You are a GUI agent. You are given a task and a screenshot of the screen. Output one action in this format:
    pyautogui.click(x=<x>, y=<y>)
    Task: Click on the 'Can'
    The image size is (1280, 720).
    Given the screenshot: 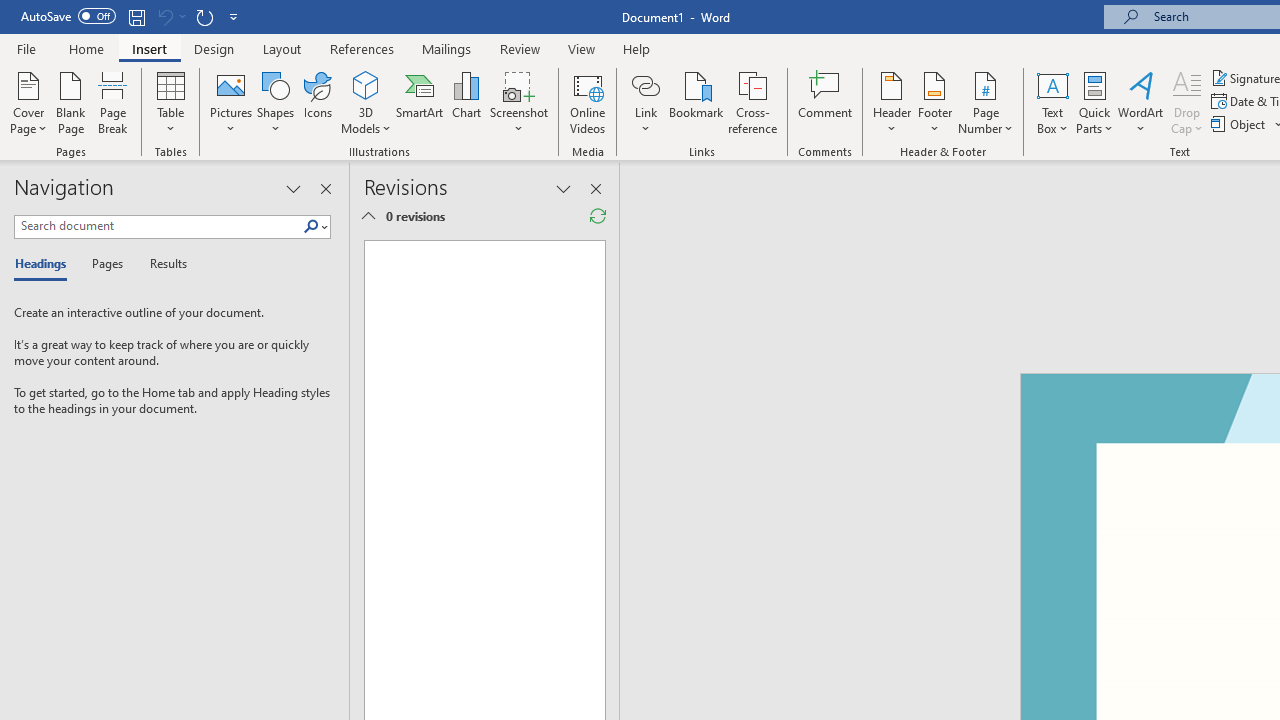 What is the action you would take?
    pyautogui.click(x=170, y=16)
    